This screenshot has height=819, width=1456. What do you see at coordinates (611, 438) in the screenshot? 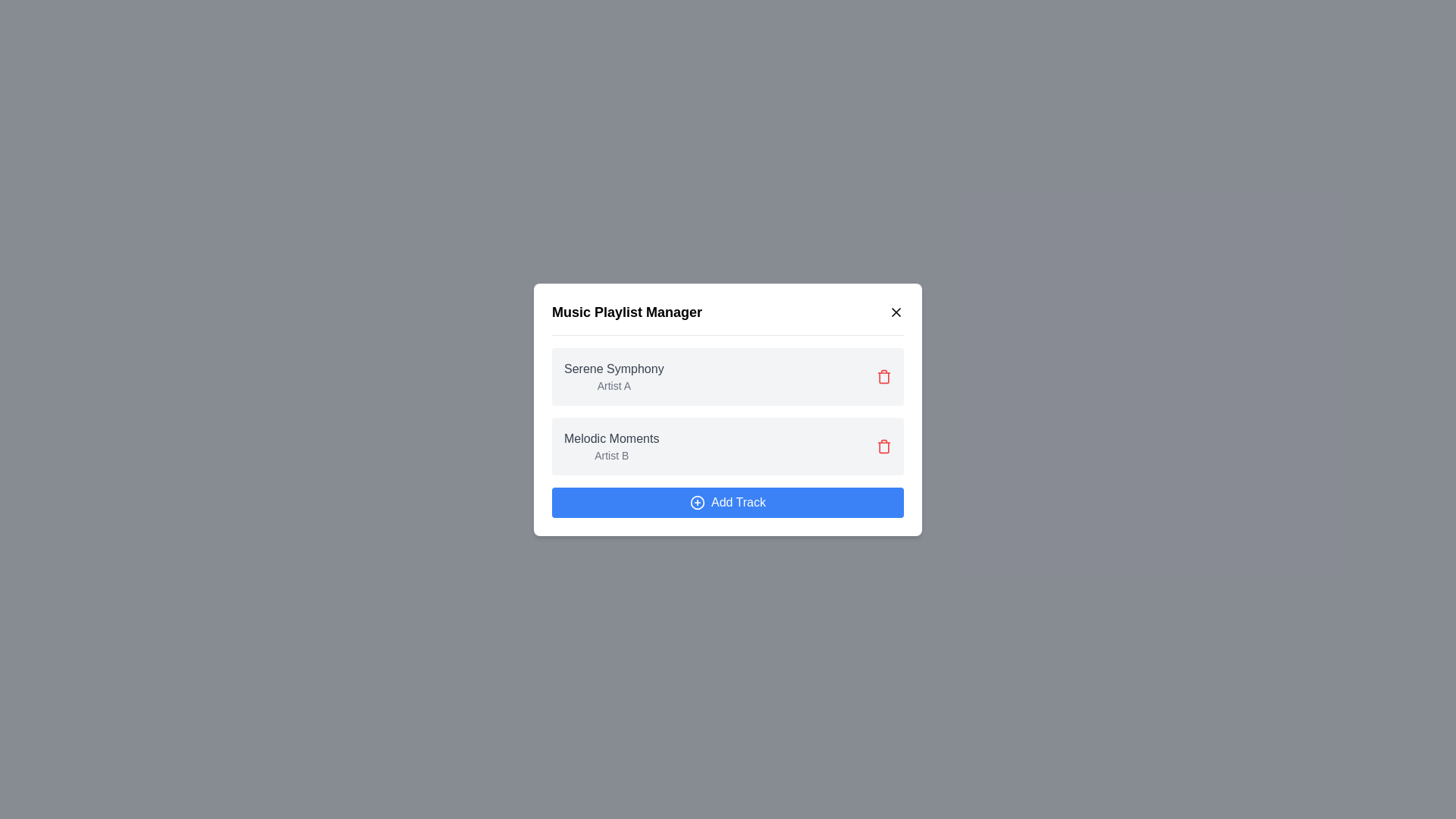
I see `the text label 'Melodic Moments', which is a prominent title styled with medium-weight font and medium gray color, located centrally aligned below 'Serene Symphony' and above the 'Add Track' button` at bounding box center [611, 438].